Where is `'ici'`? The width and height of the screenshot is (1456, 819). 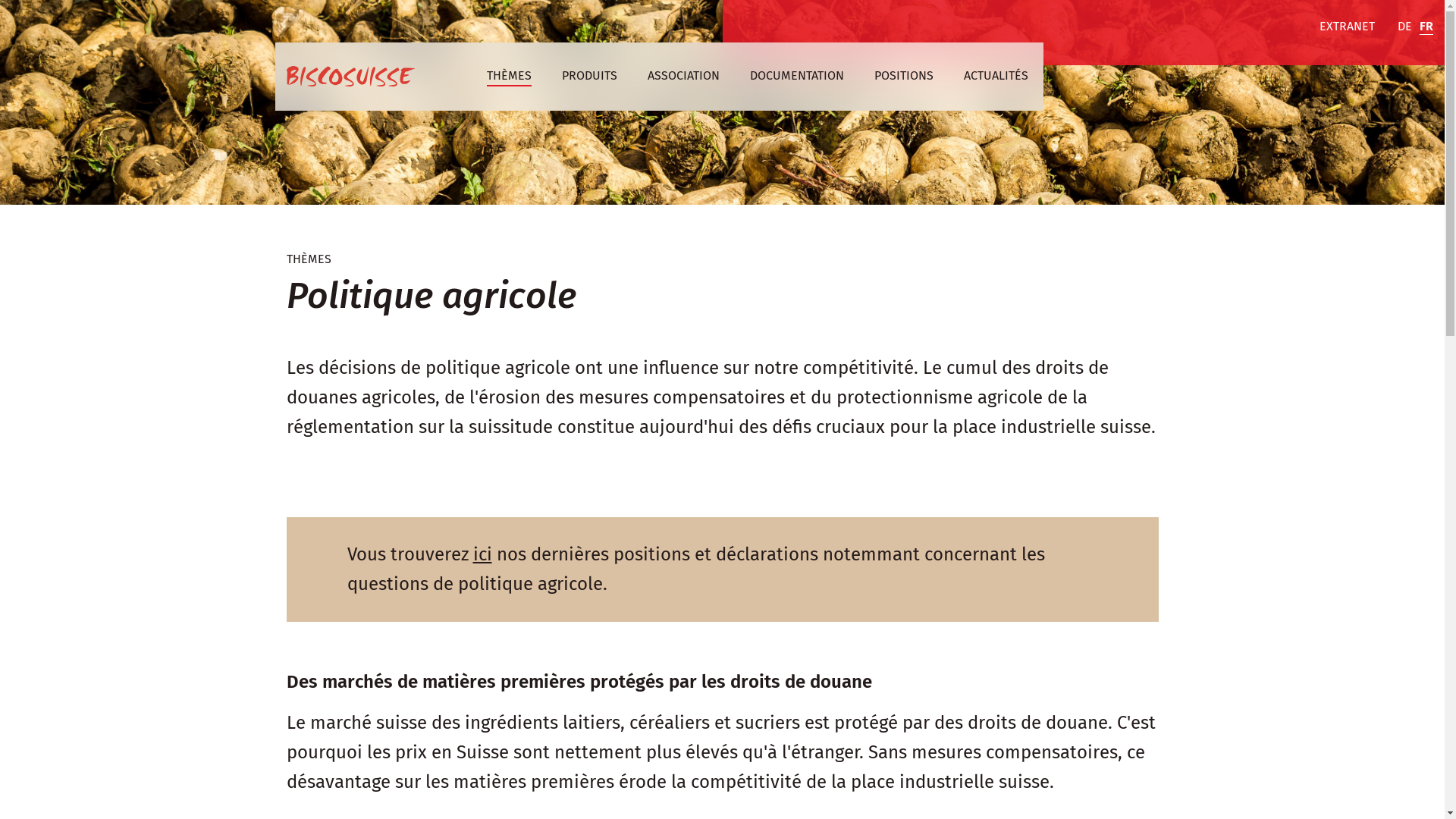 'ici' is located at coordinates (482, 554).